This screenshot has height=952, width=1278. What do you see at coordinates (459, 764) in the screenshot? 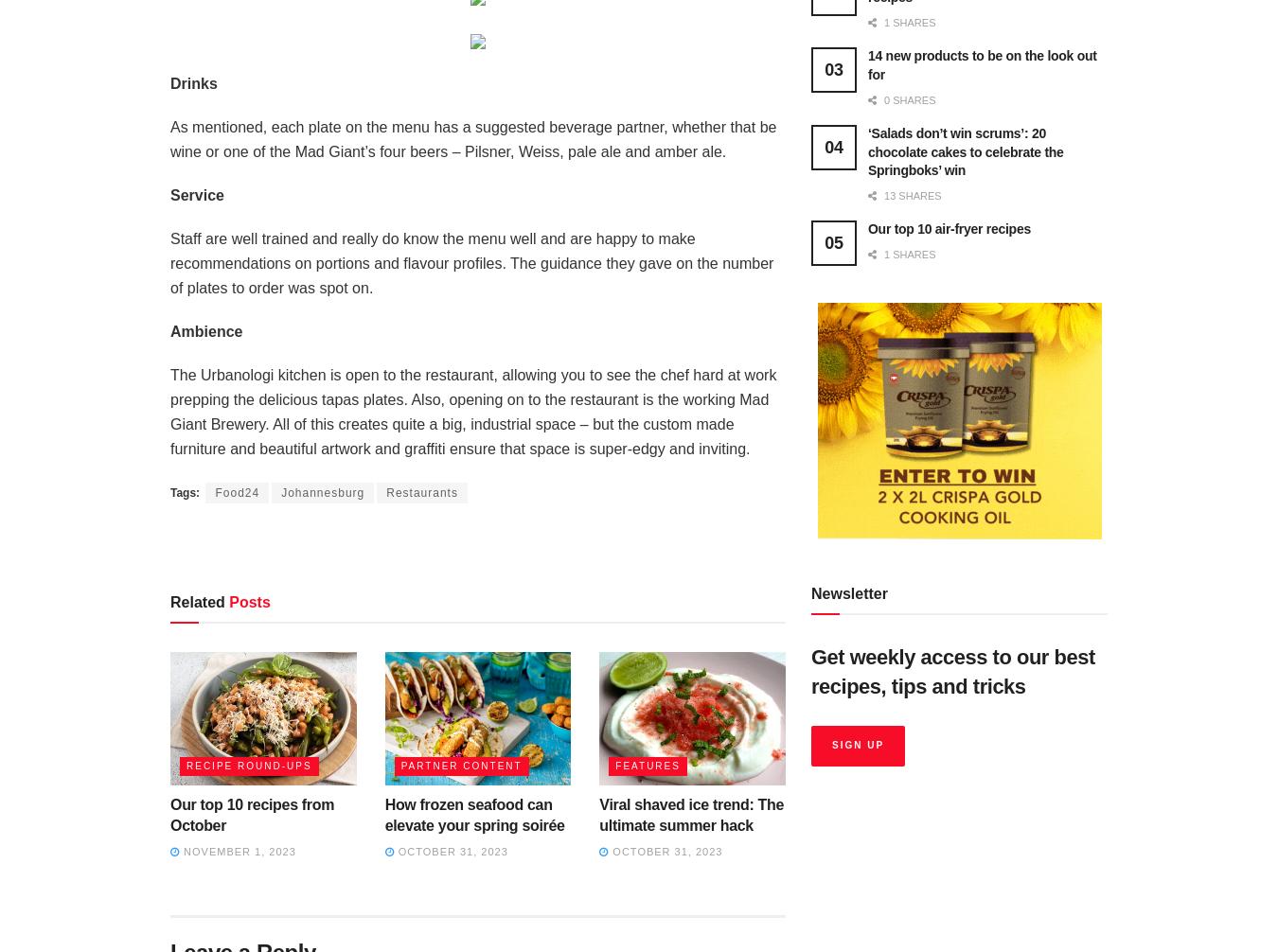
I see `'Partner content'` at bounding box center [459, 764].